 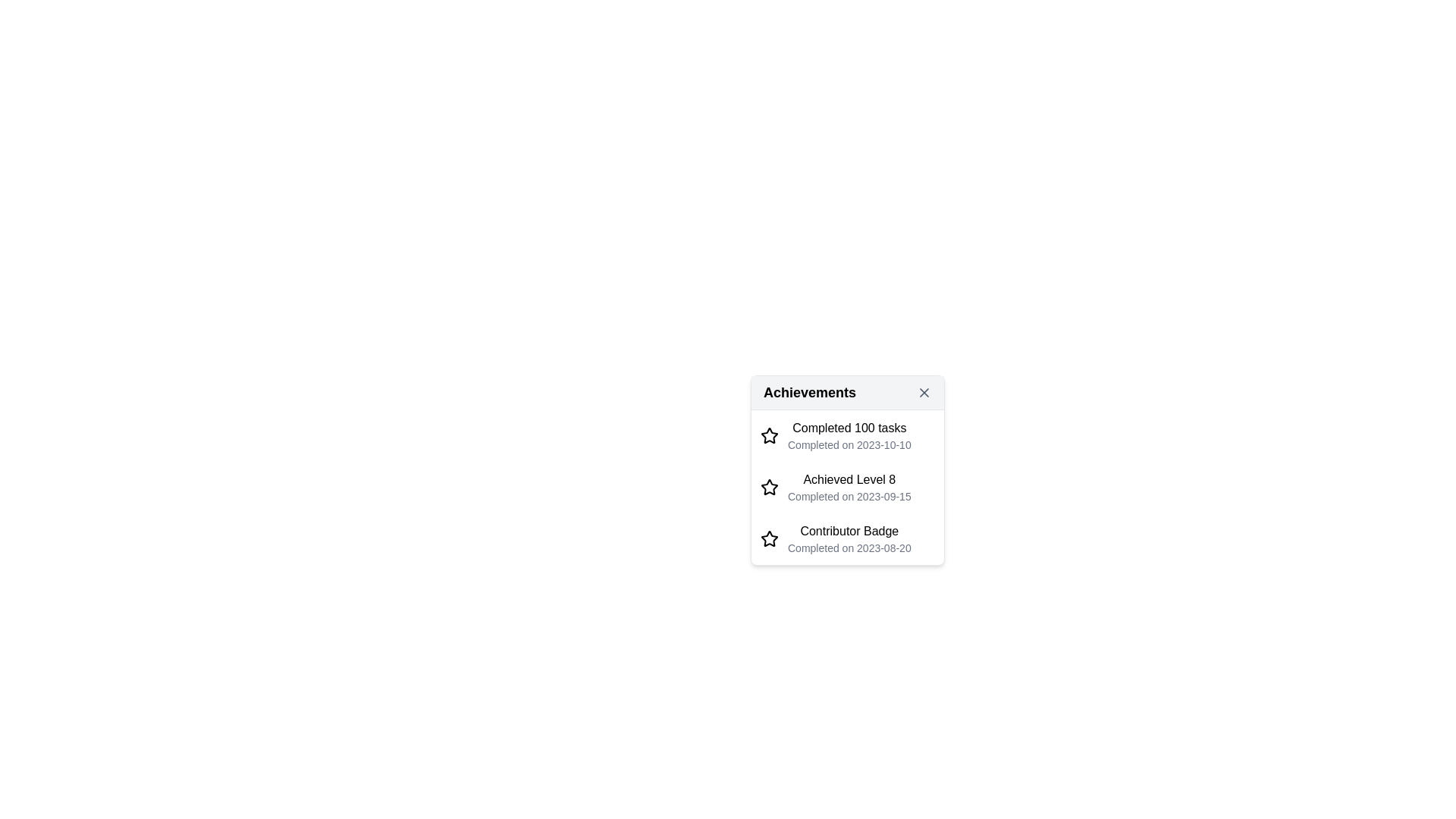 What do you see at coordinates (849, 538) in the screenshot?
I see `the Information panel labeled 'Contributor Badge', which displays 'Completed on 2023-08-20' in a smaller, gray font` at bounding box center [849, 538].